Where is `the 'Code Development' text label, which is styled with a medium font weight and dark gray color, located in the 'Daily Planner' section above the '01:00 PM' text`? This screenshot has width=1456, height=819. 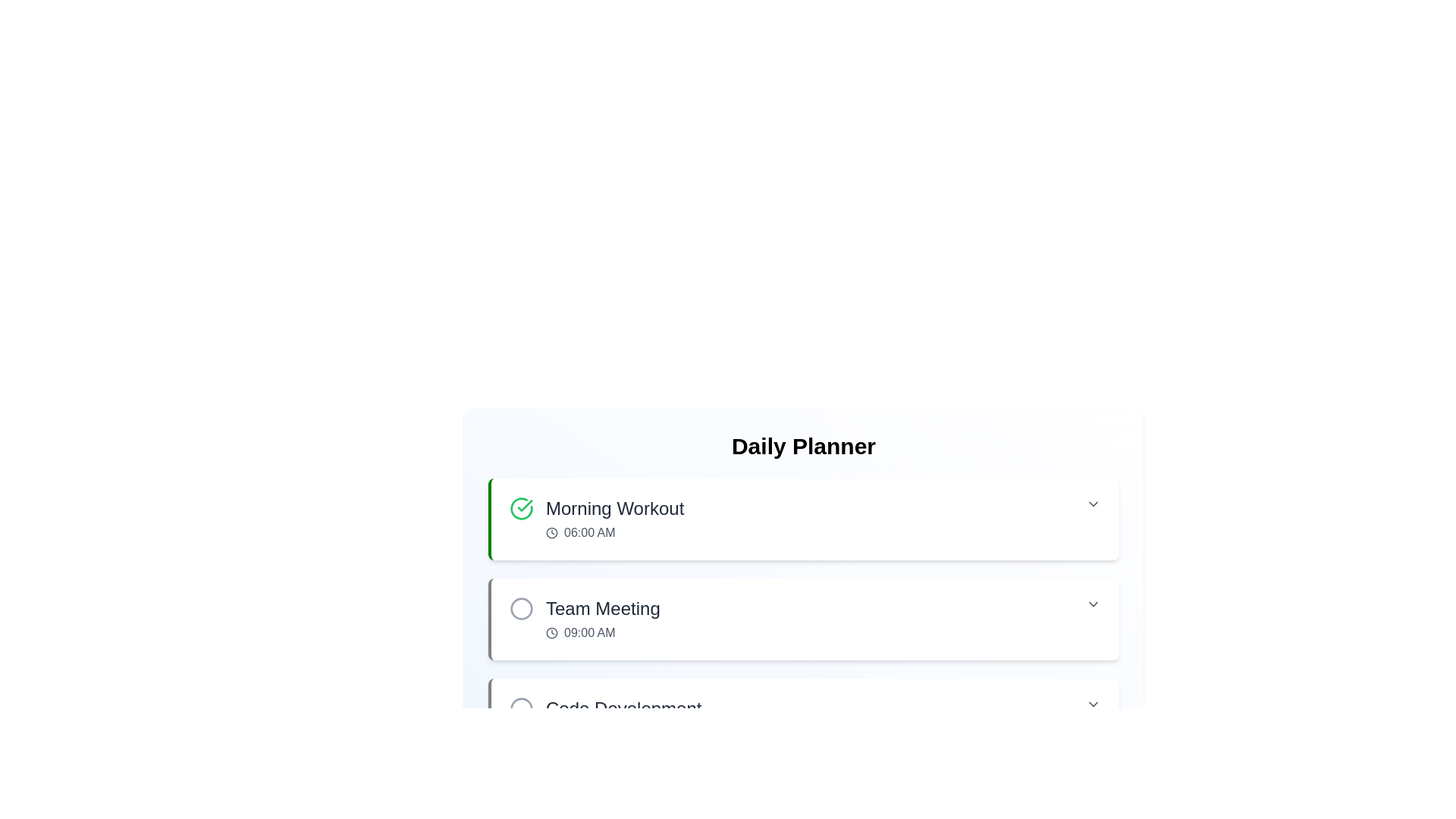
the 'Code Development' text label, which is styled with a medium font weight and dark gray color, located in the 'Daily Planner' section above the '01:00 PM' text is located at coordinates (623, 708).